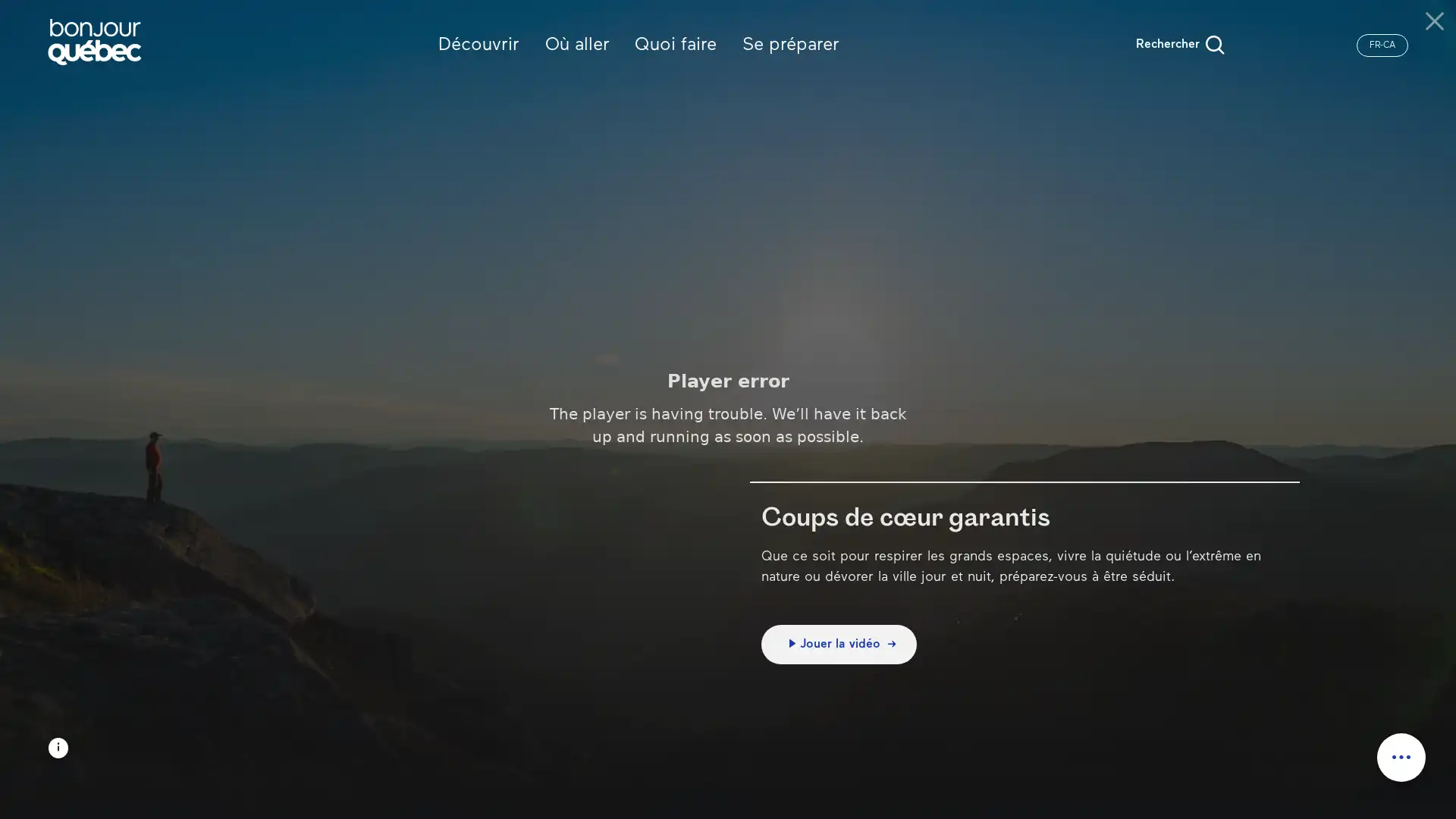 Image resolution: width=1456 pixels, height=819 pixels. What do you see at coordinates (1182, 146) in the screenshot?
I see `Rechercher` at bounding box center [1182, 146].